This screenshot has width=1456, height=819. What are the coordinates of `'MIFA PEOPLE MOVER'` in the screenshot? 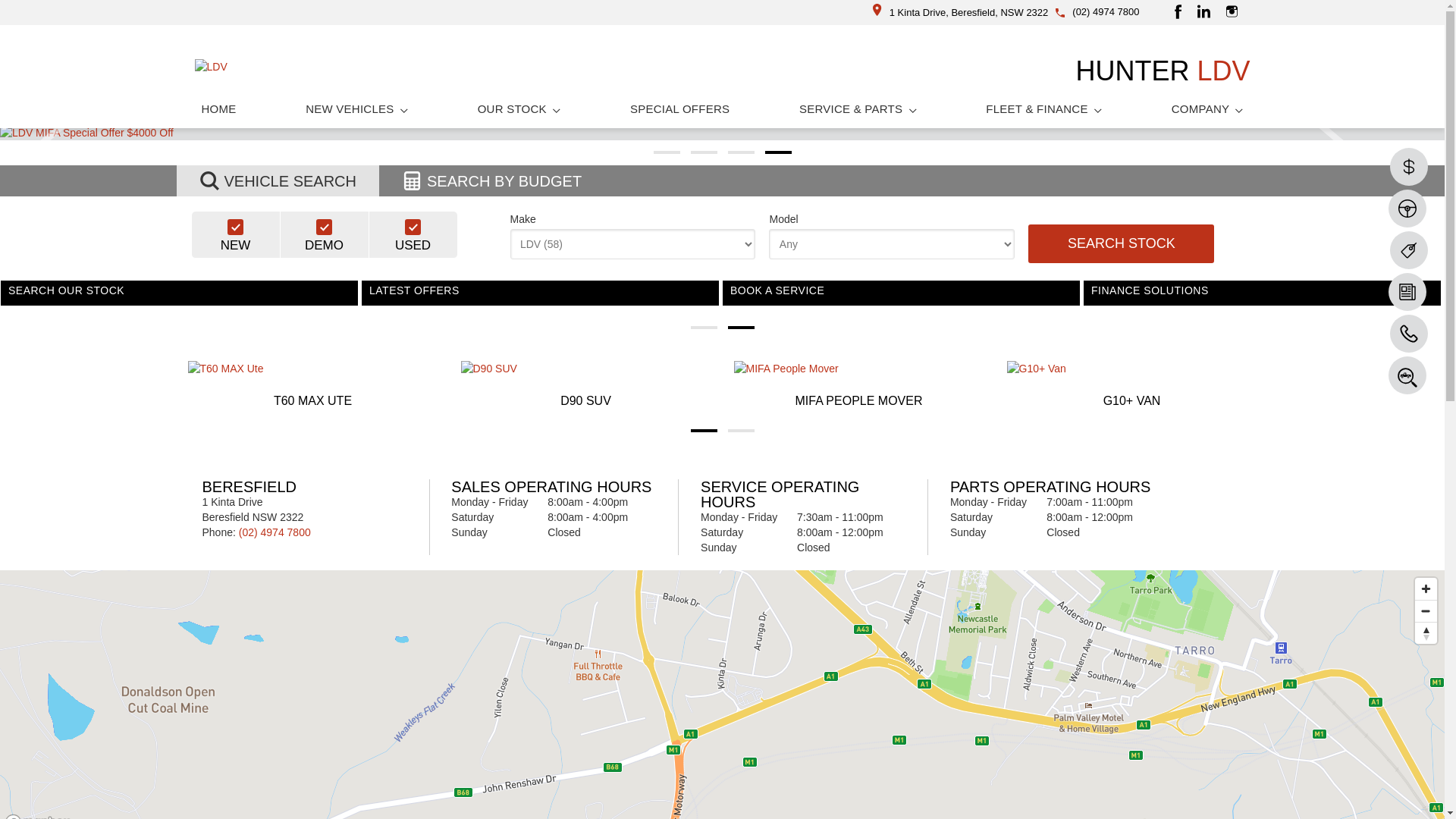 It's located at (858, 385).